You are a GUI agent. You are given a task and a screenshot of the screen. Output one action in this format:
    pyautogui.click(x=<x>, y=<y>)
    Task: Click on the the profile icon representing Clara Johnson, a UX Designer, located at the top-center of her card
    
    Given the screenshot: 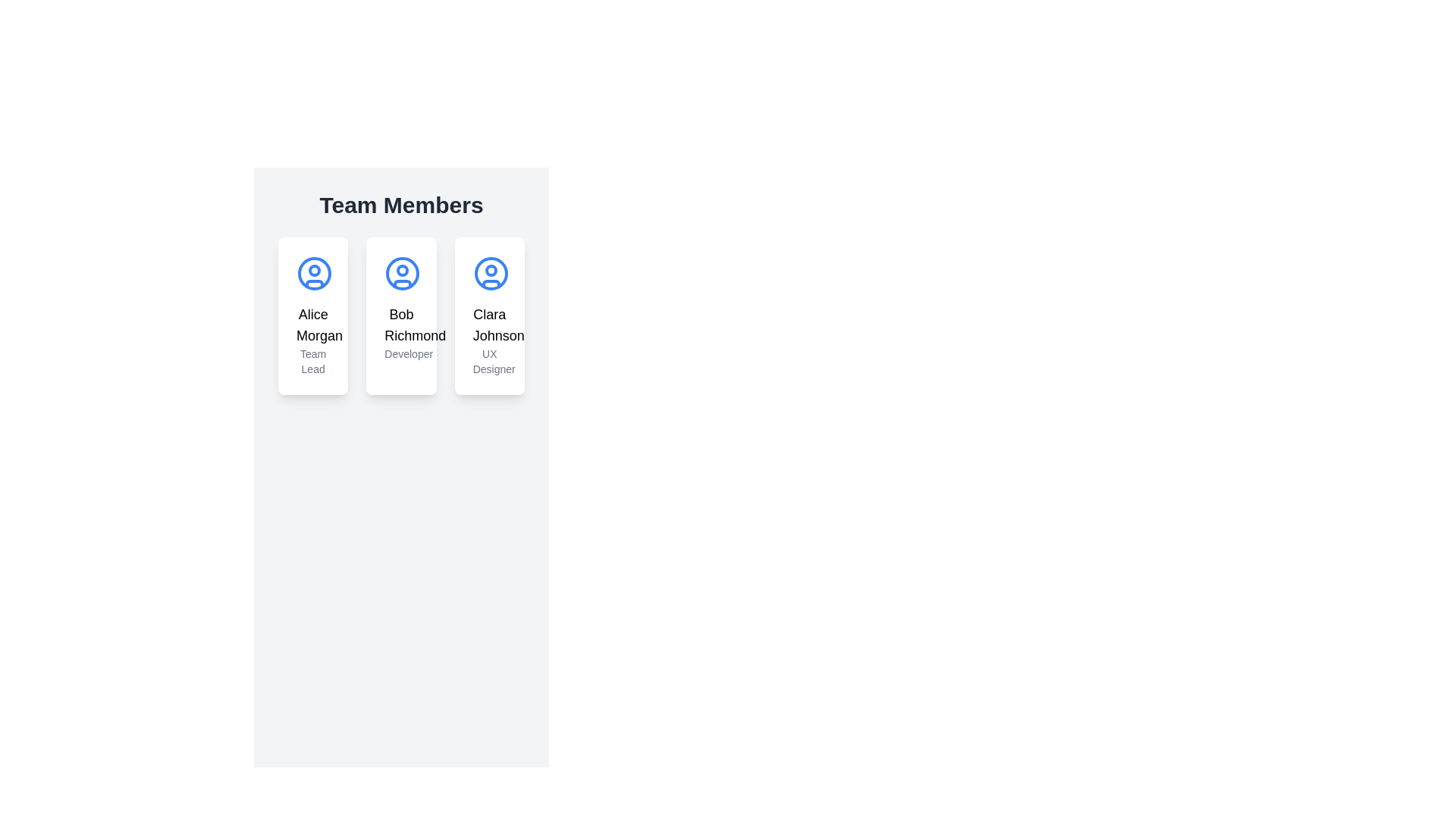 What is the action you would take?
    pyautogui.click(x=491, y=274)
    